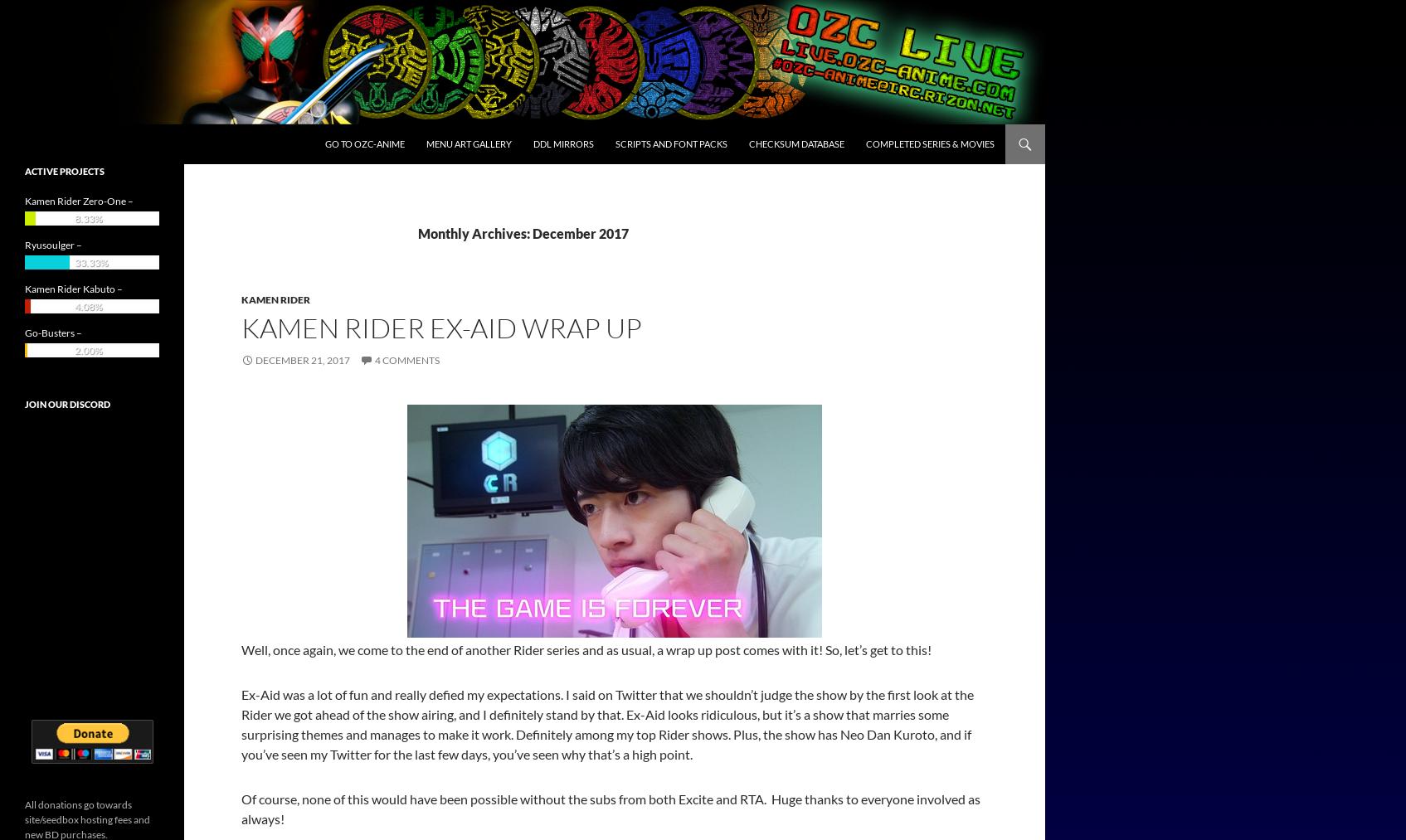 The image size is (1406, 840). Describe the element at coordinates (563, 143) in the screenshot. I see `'DDL Mirrors'` at that location.